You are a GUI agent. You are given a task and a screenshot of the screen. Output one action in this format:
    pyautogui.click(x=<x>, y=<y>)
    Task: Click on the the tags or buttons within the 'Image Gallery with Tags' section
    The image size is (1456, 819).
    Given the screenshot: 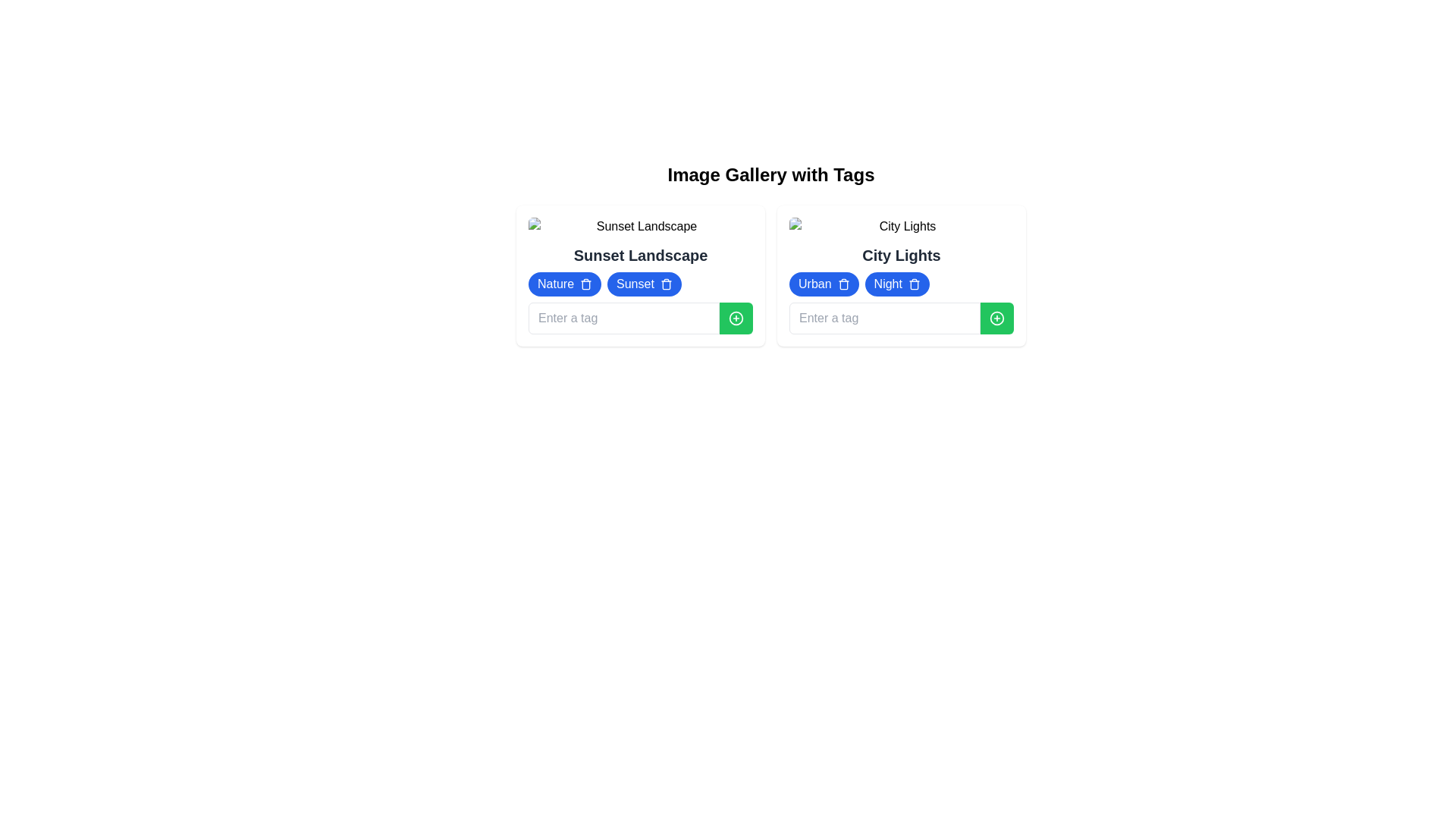 What is the action you would take?
    pyautogui.click(x=771, y=253)
    